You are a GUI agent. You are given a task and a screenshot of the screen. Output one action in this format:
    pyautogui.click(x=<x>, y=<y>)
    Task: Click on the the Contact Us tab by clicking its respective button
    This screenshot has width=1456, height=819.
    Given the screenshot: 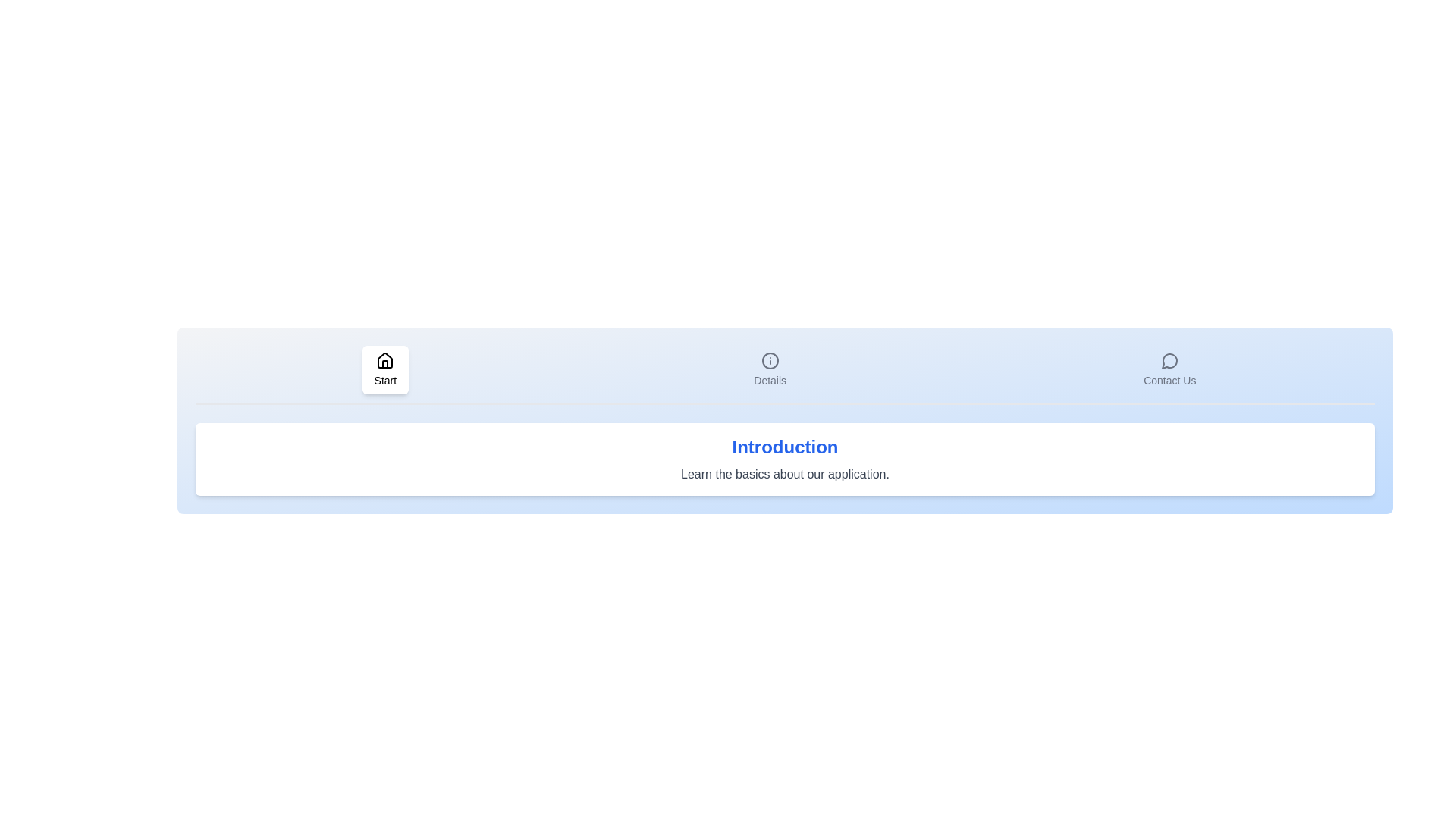 What is the action you would take?
    pyautogui.click(x=1168, y=370)
    